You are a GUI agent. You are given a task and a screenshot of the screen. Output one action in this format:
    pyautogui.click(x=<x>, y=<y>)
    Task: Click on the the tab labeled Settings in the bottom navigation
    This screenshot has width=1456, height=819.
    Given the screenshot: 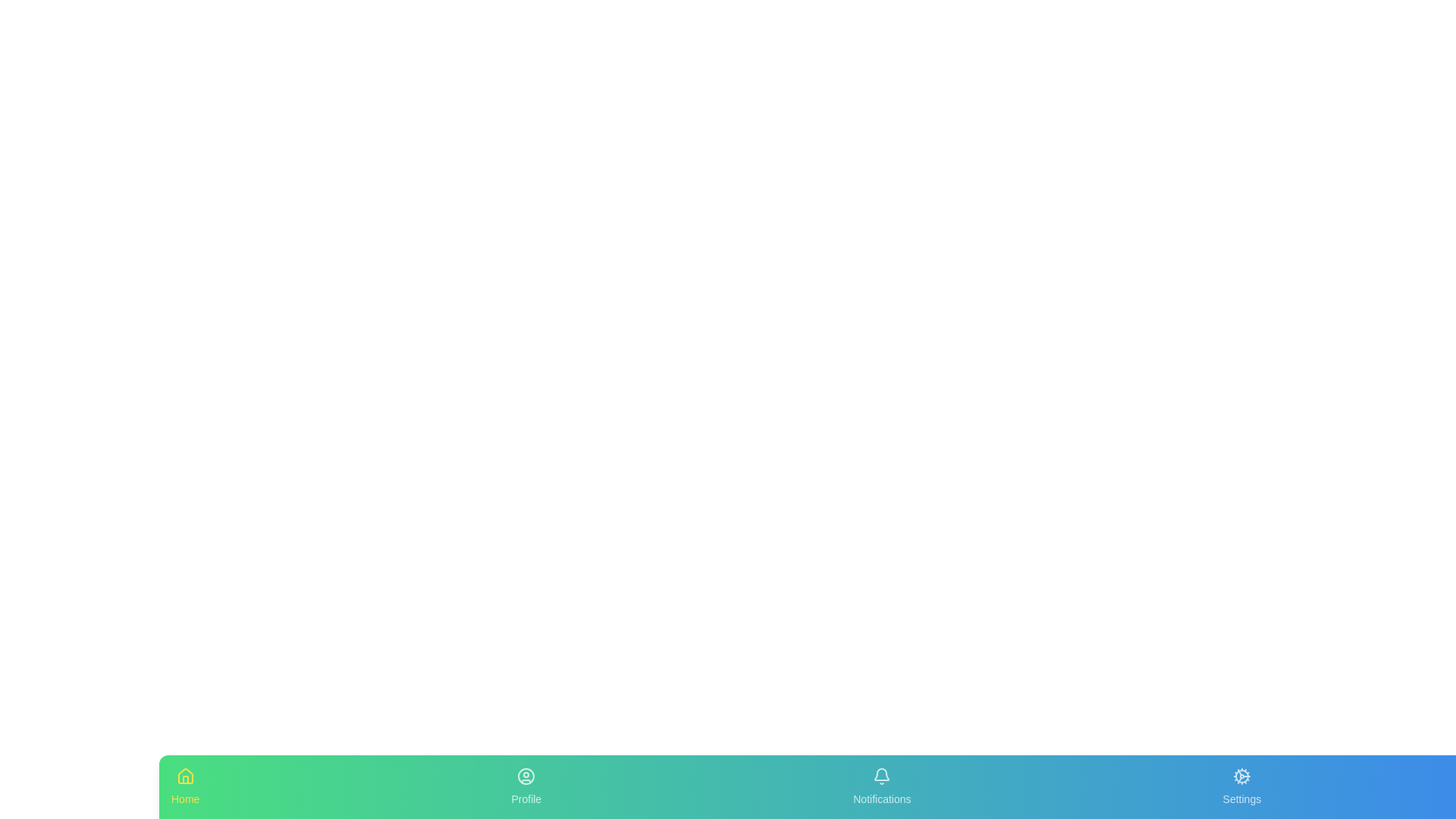 What is the action you would take?
    pyautogui.click(x=1241, y=786)
    